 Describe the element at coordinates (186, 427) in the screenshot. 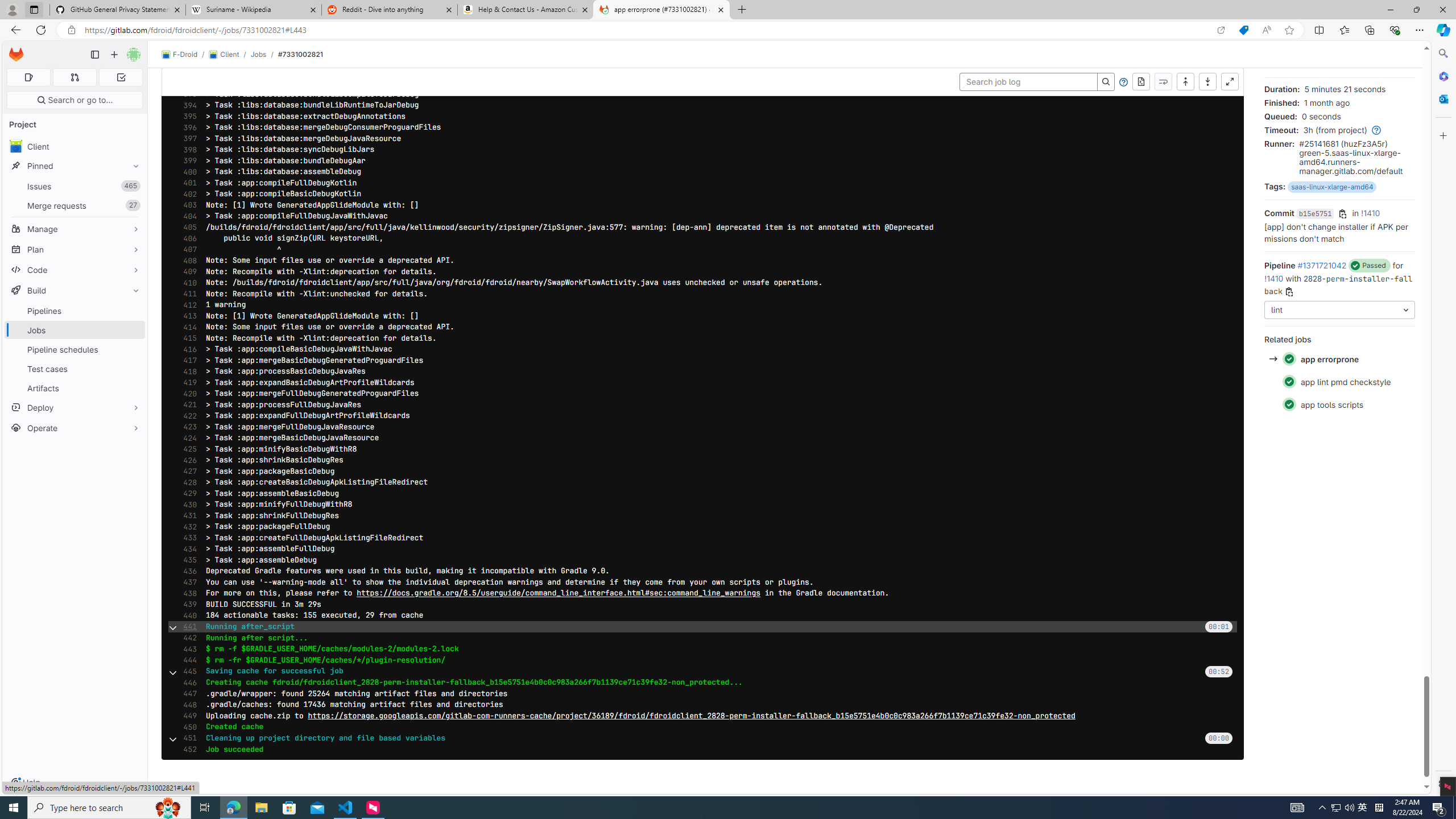

I see `'423'` at that location.